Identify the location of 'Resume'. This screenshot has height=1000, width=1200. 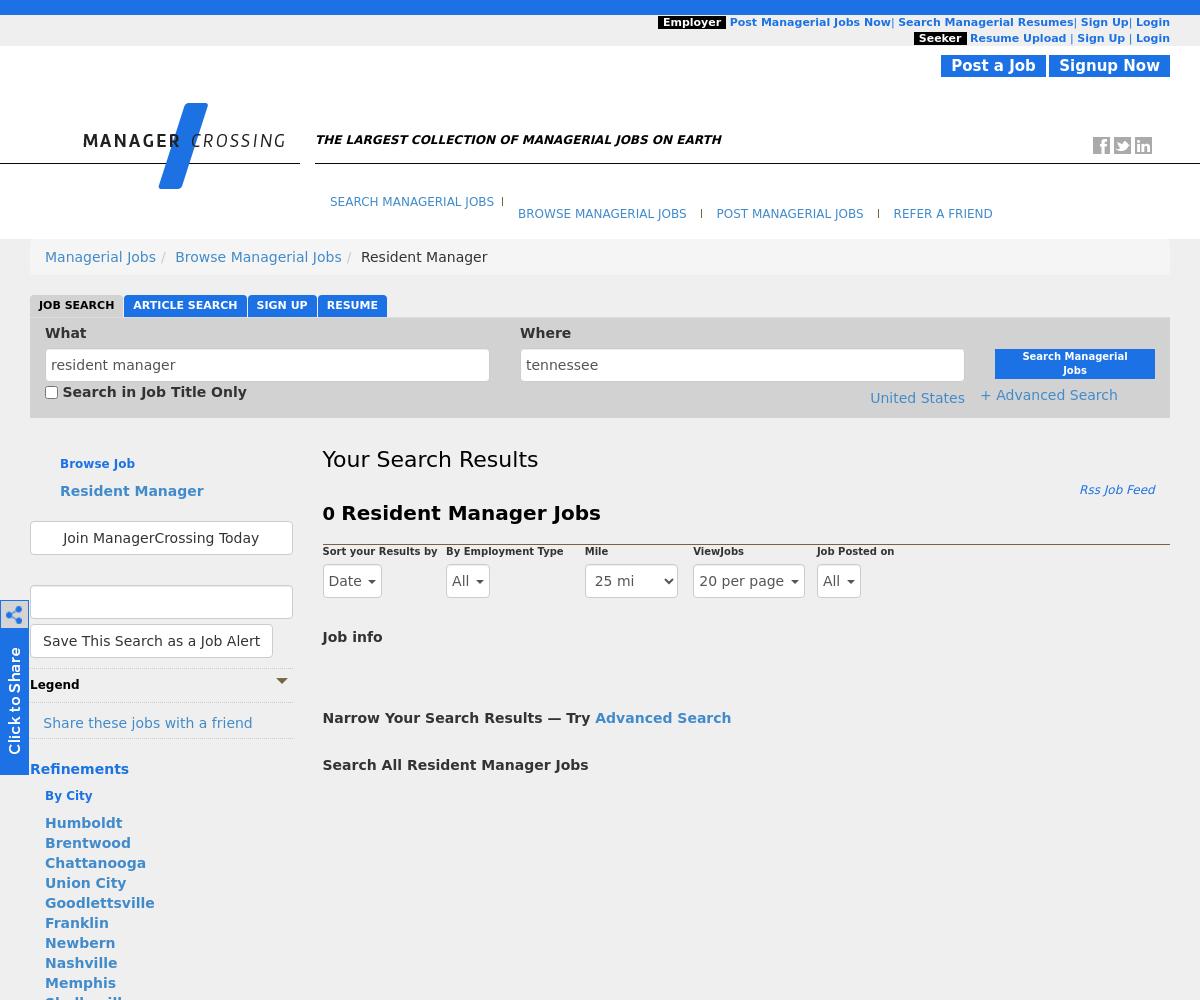
(326, 304).